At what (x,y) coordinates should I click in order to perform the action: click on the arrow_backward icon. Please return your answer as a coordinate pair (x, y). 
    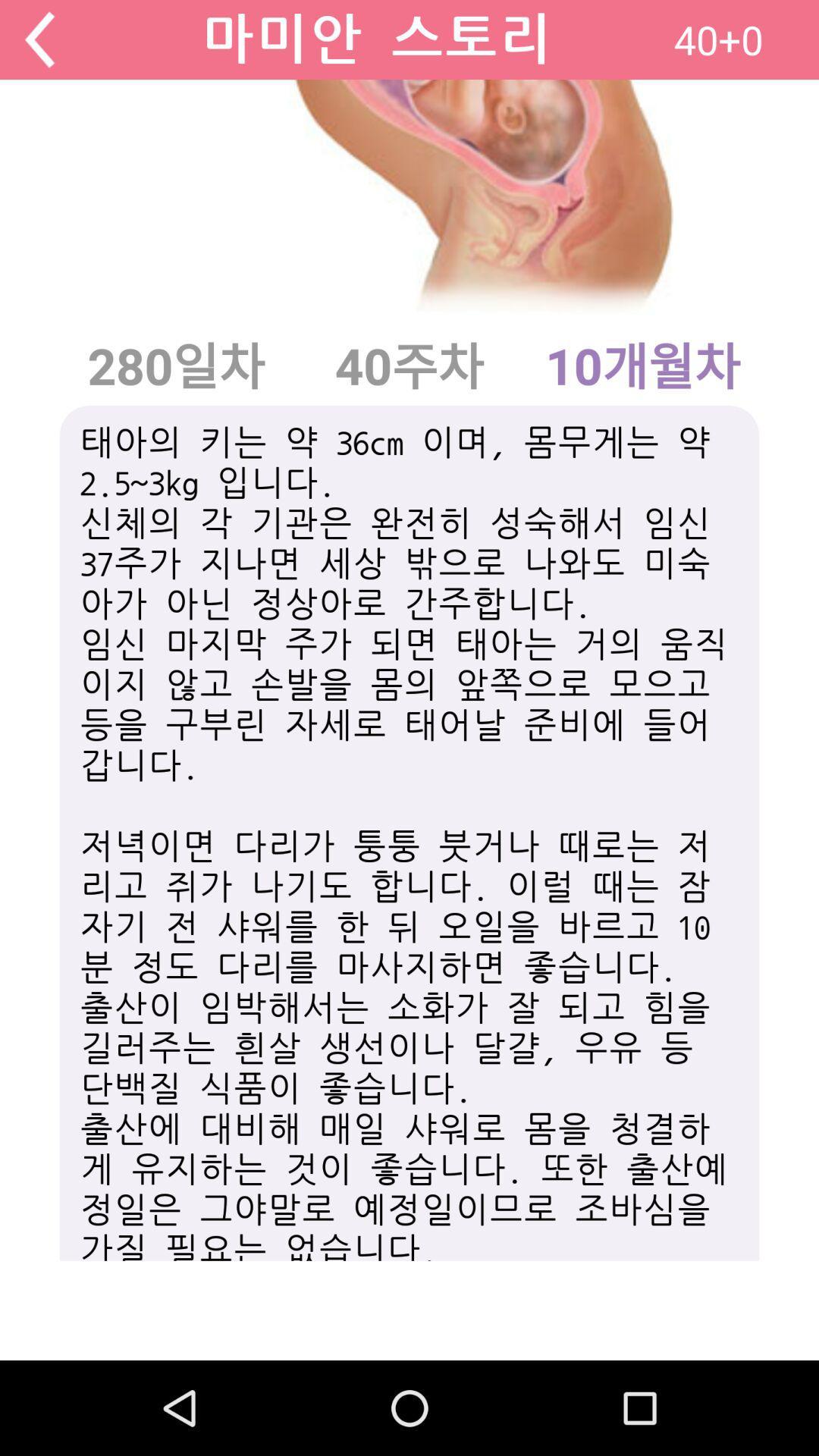
    Looking at the image, I should click on (39, 42).